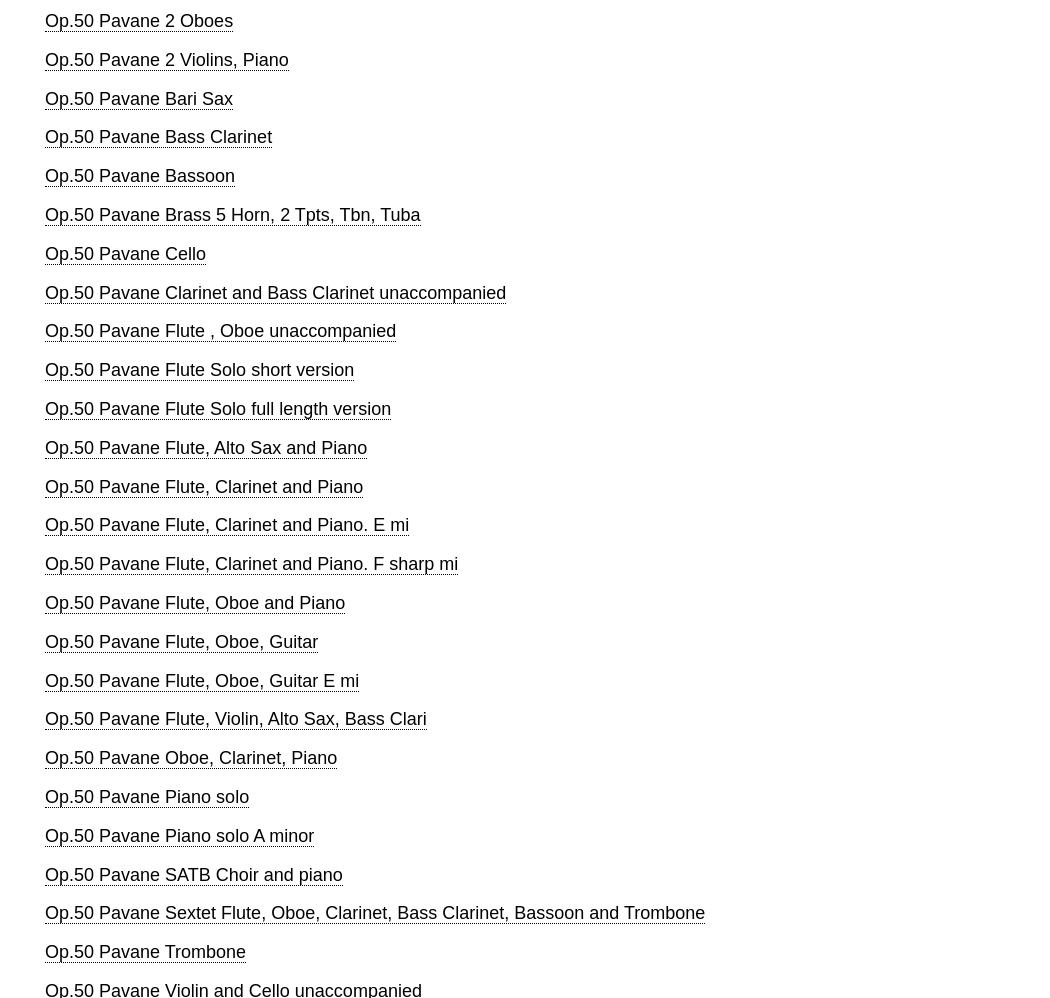 This screenshot has width=1050, height=998. Describe the element at coordinates (166, 57) in the screenshot. I see `'Op.50  Pavane  2 Violins, Piano'` at that location.